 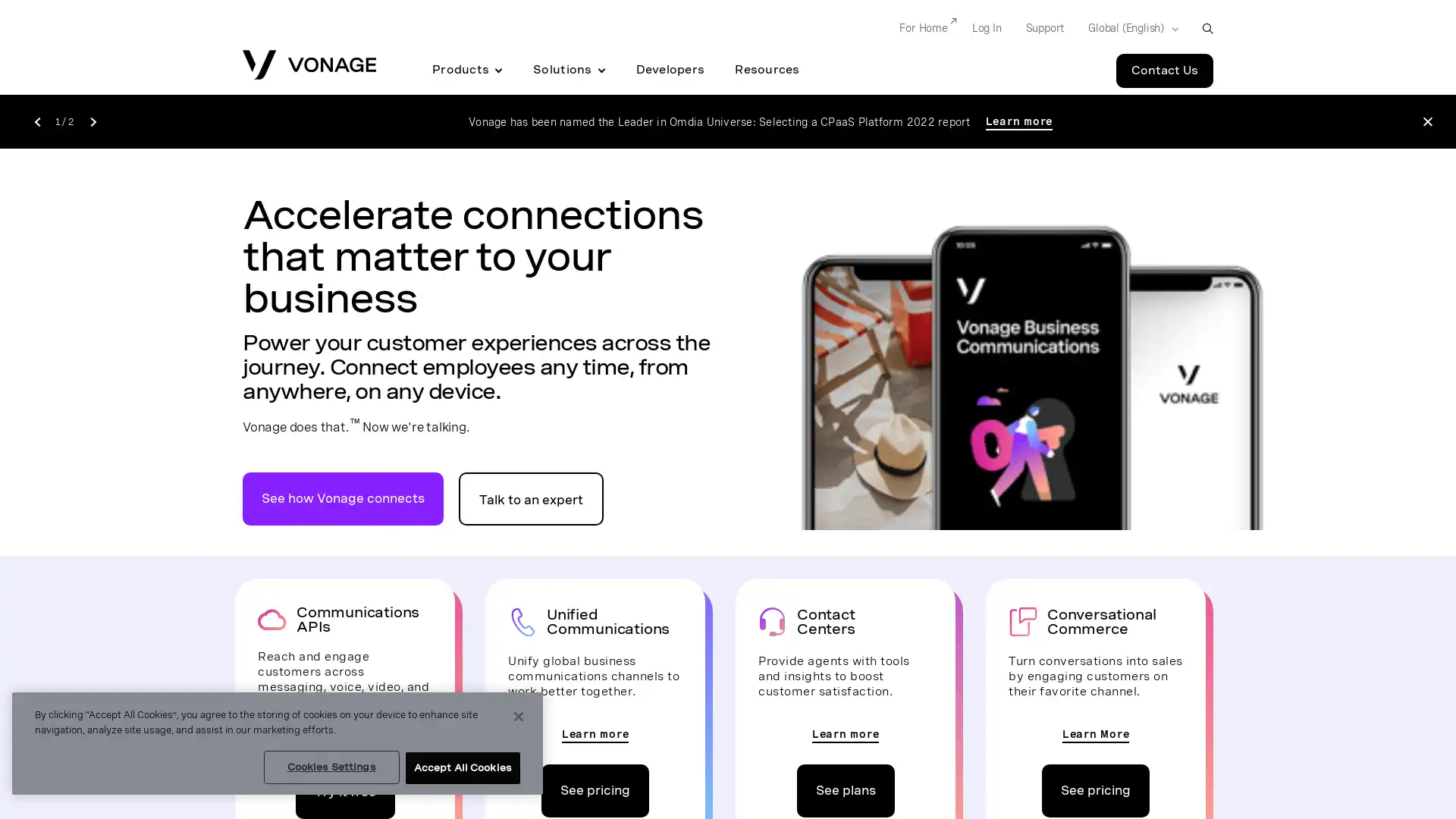 What do you see at coordinates (342, 497) in the screenshot?
I see `go to vonage does that video` at bounding box center [342, 497].